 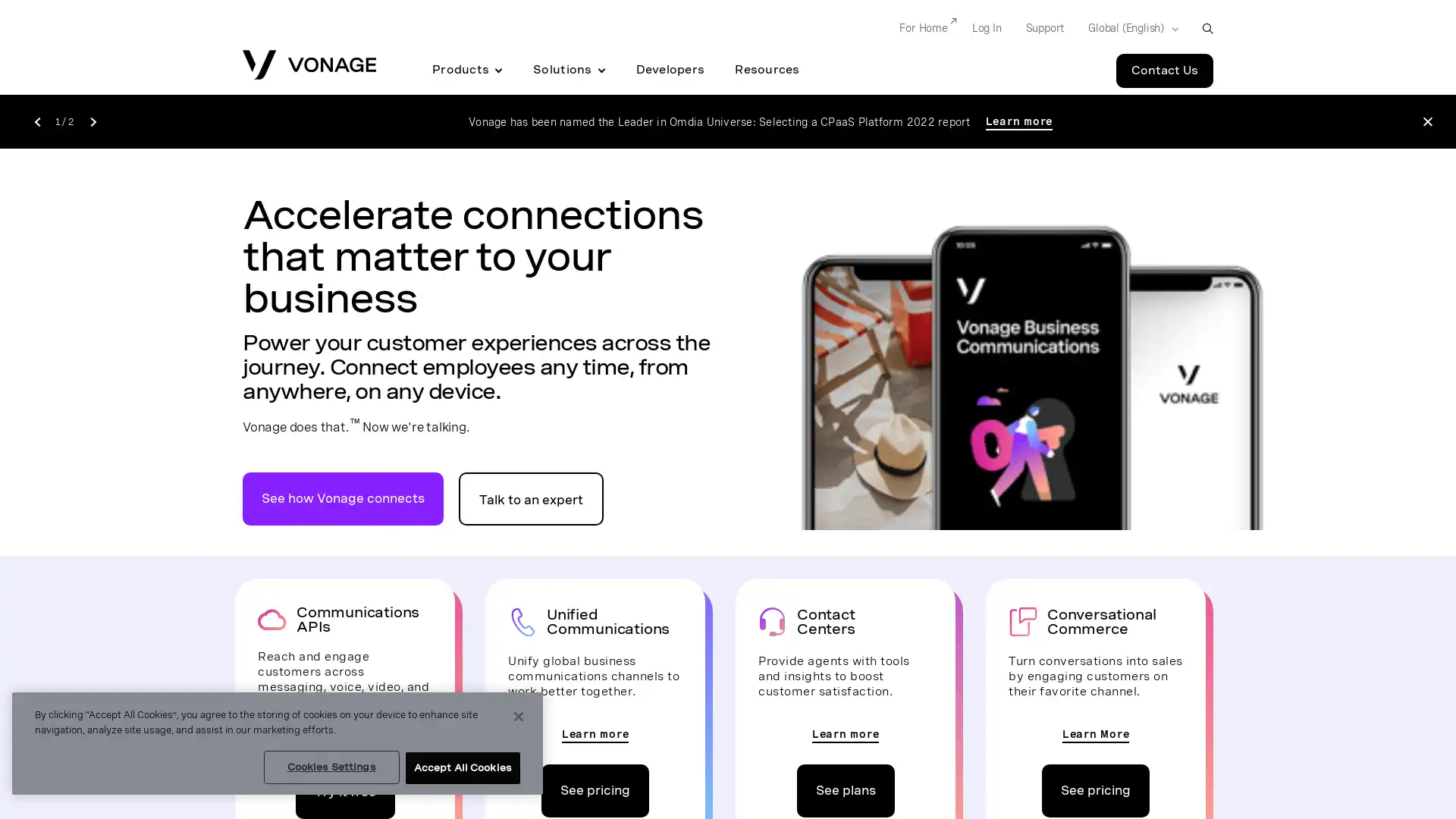 What do you see at coordinates (342, 497) in the screenshot?
I see `go to vonage does that video` at bounding box center [342, 497].